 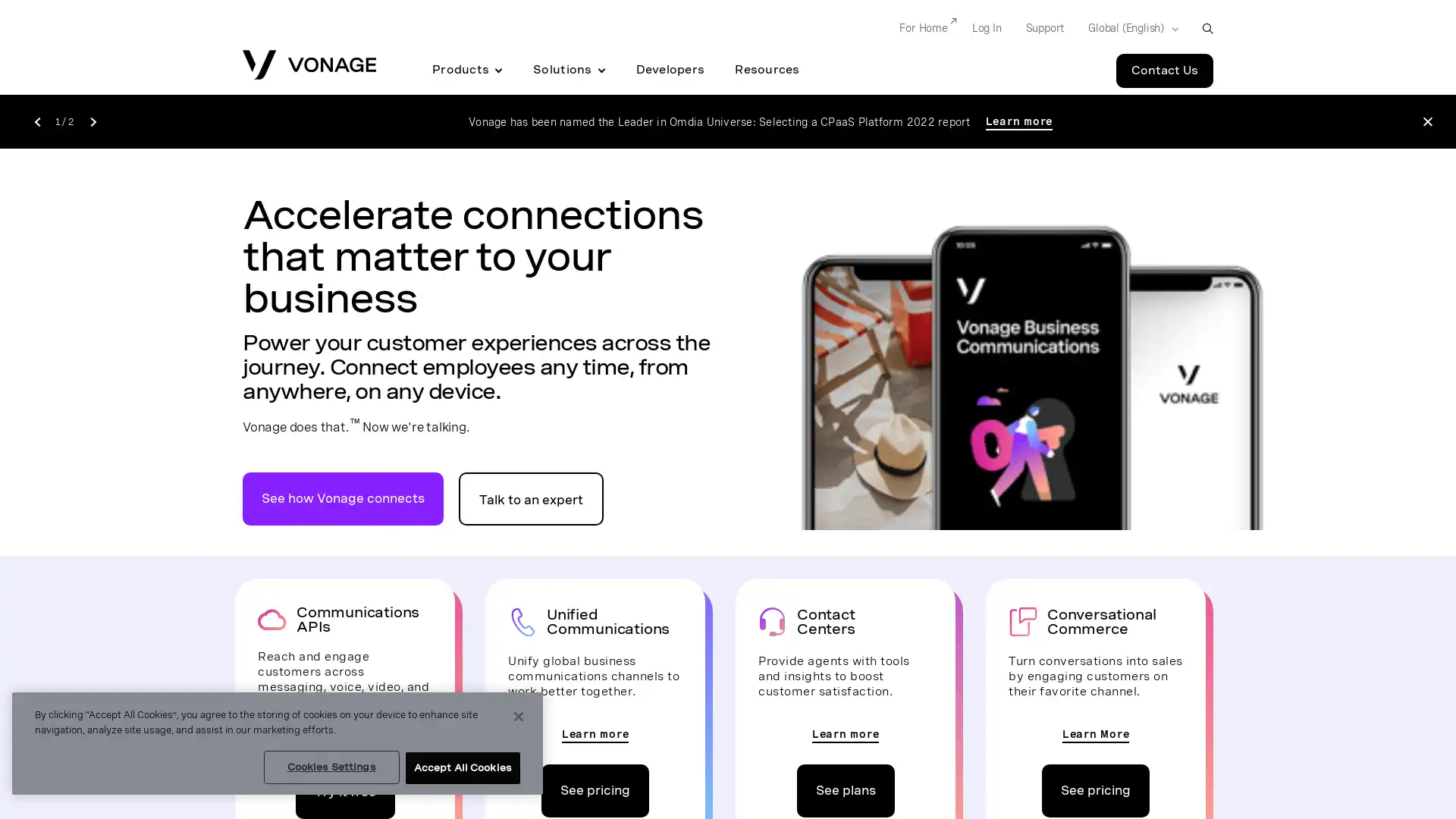 What do you see at coordinates (342, 497) in the screenshot?
I see `go to vonage does that video` at bounding box center [342, 497].